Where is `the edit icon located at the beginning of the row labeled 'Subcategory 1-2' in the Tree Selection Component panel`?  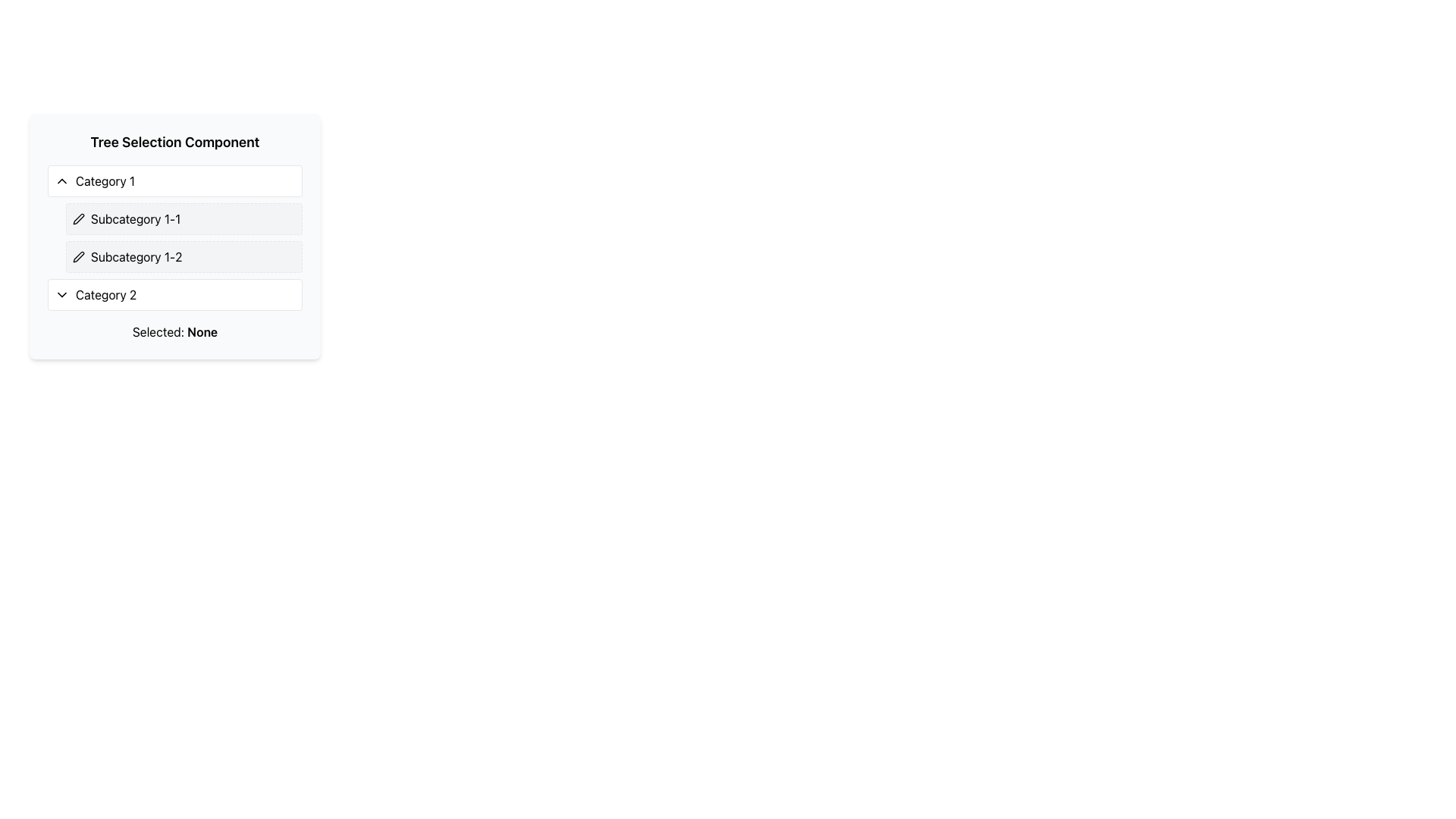
the edit icon located at the beginning of the row labeled 'Subcategory 1-2' in the Tree Selection Component panel is located at coordinates (78, 256).